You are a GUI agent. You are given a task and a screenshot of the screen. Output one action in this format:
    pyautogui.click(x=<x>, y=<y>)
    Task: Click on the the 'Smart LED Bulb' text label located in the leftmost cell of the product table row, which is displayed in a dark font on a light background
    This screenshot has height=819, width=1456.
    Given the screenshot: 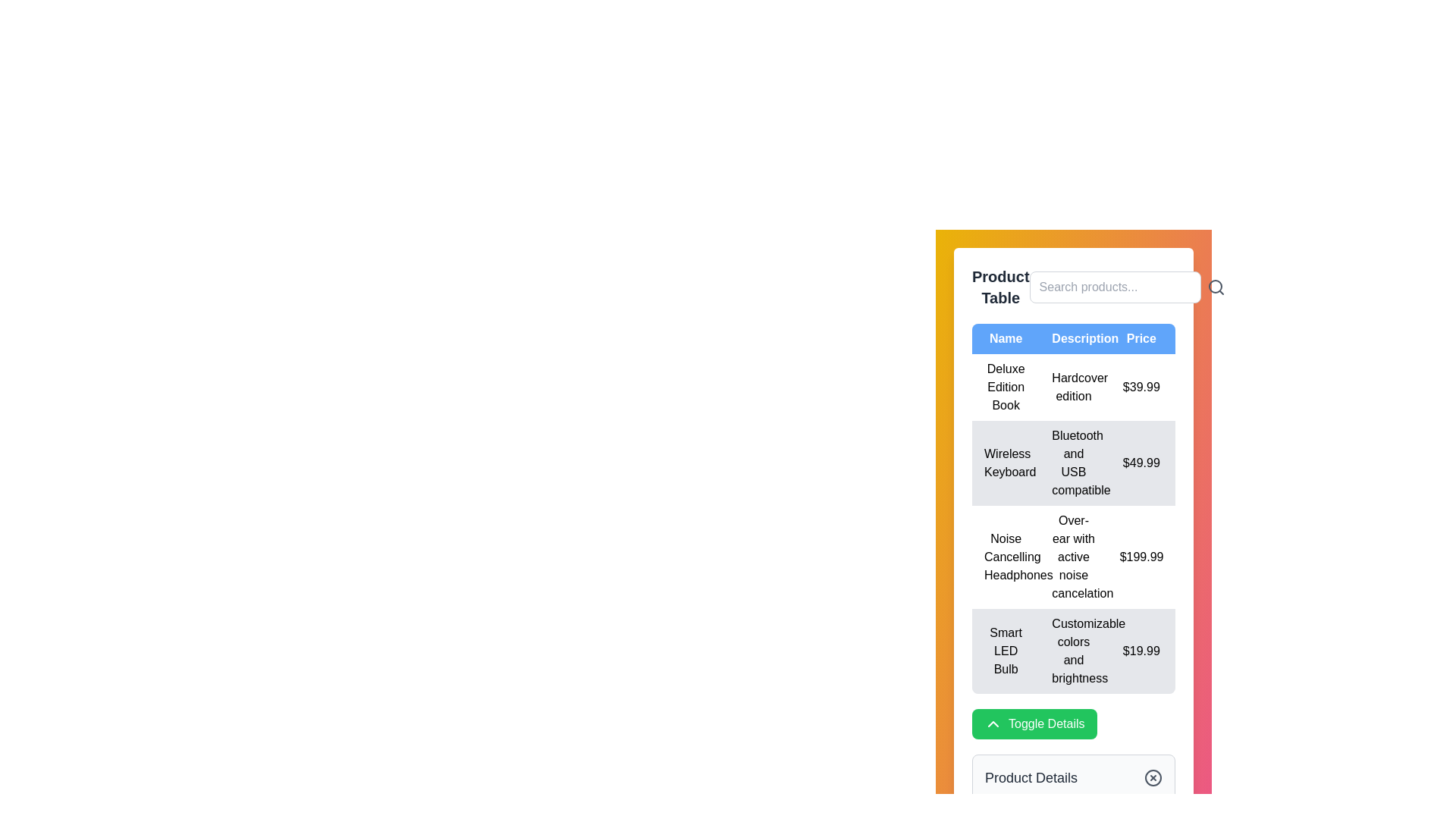 What is the action you would take?
    pyautogui.click(x=1006, y=651)
    